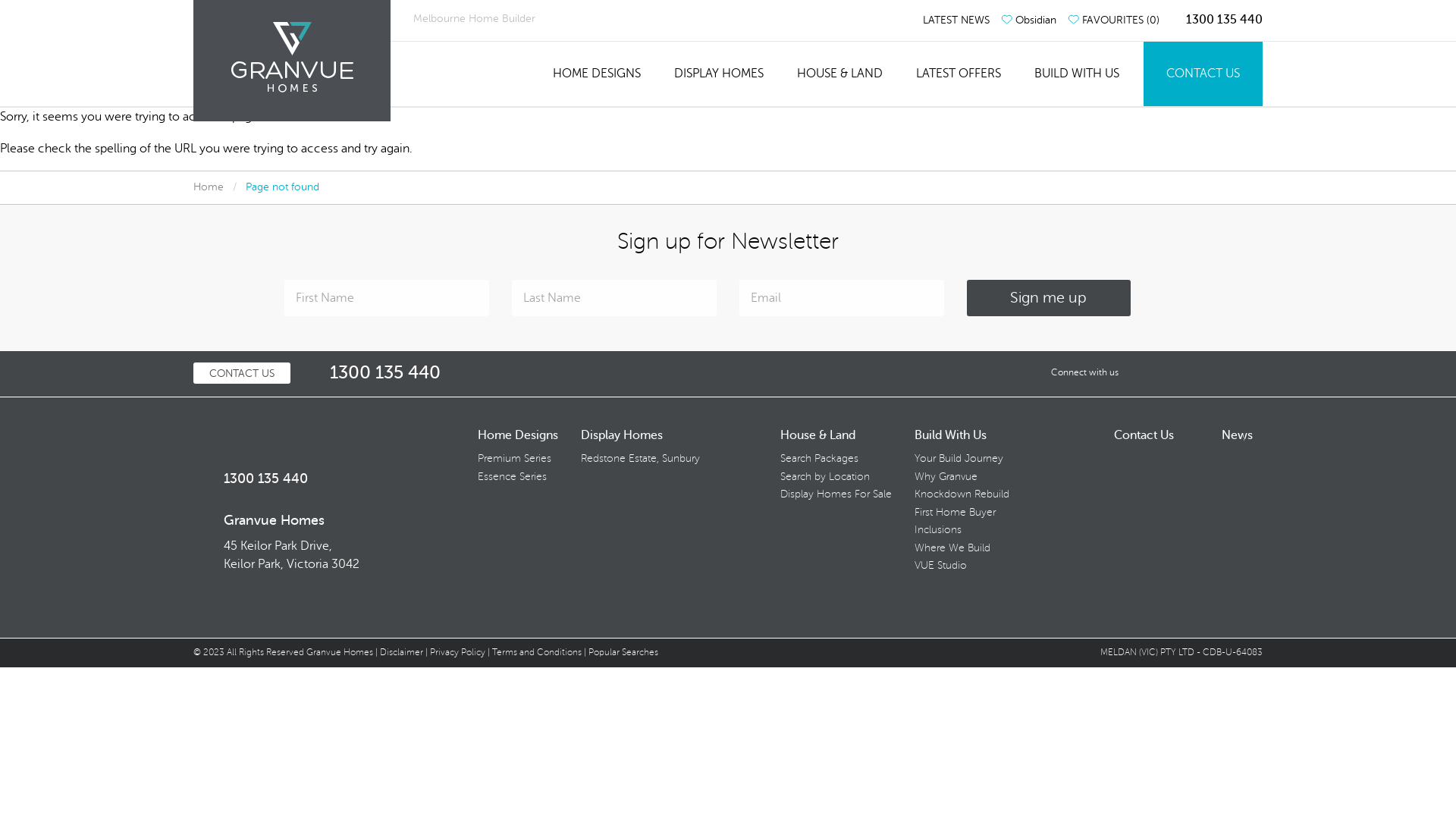 The image size is (1456, 819). Describe the element at coordinates (1066, 20) in the screenshot. I see `'FAVOURITES (0)'` at that location.